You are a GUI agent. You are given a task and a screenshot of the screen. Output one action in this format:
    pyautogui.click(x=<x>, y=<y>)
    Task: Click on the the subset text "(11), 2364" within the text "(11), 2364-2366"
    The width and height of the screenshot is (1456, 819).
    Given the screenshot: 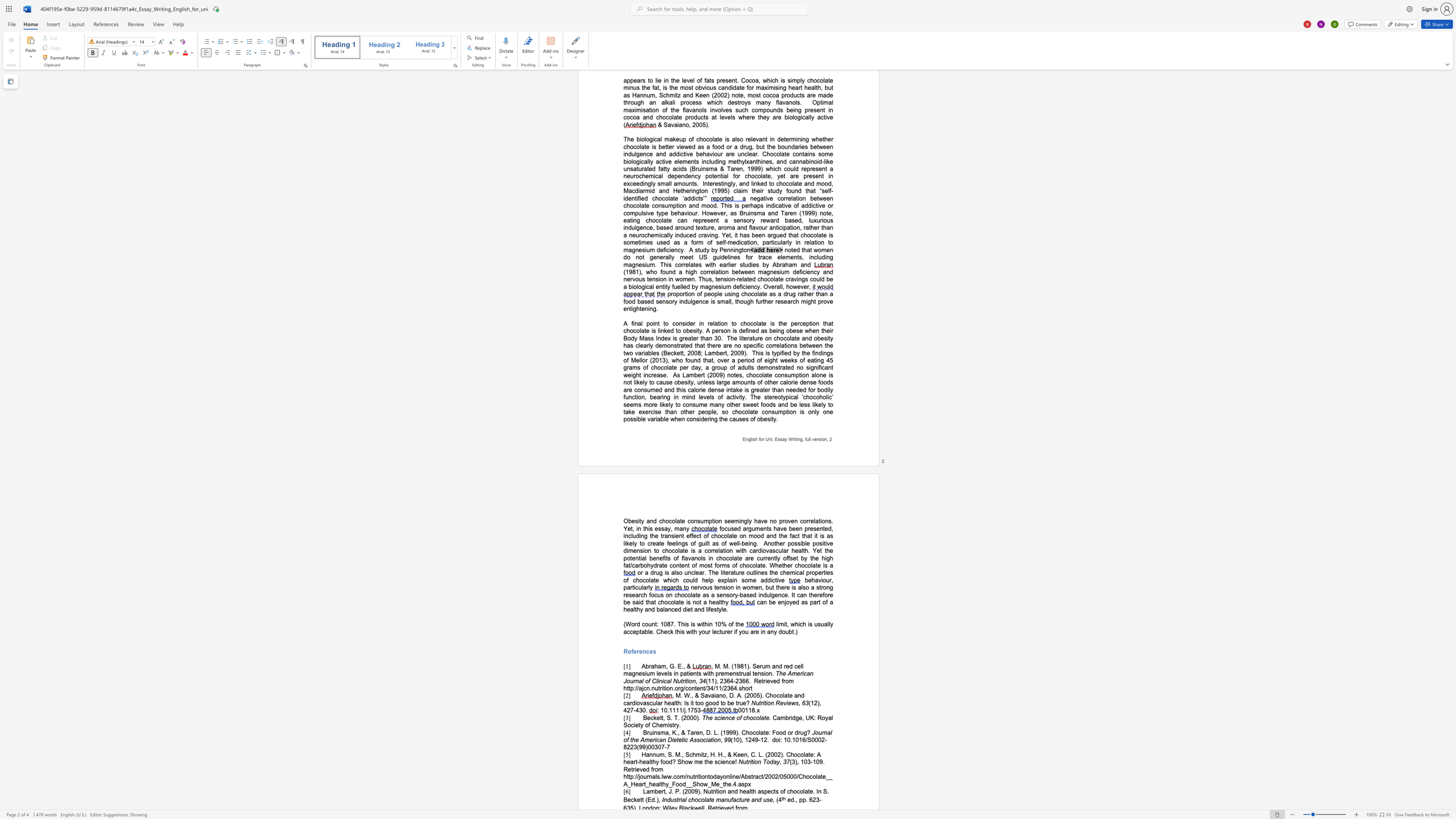 What is the action you would take?
    pyautogui.click(x=705, y=681)
    